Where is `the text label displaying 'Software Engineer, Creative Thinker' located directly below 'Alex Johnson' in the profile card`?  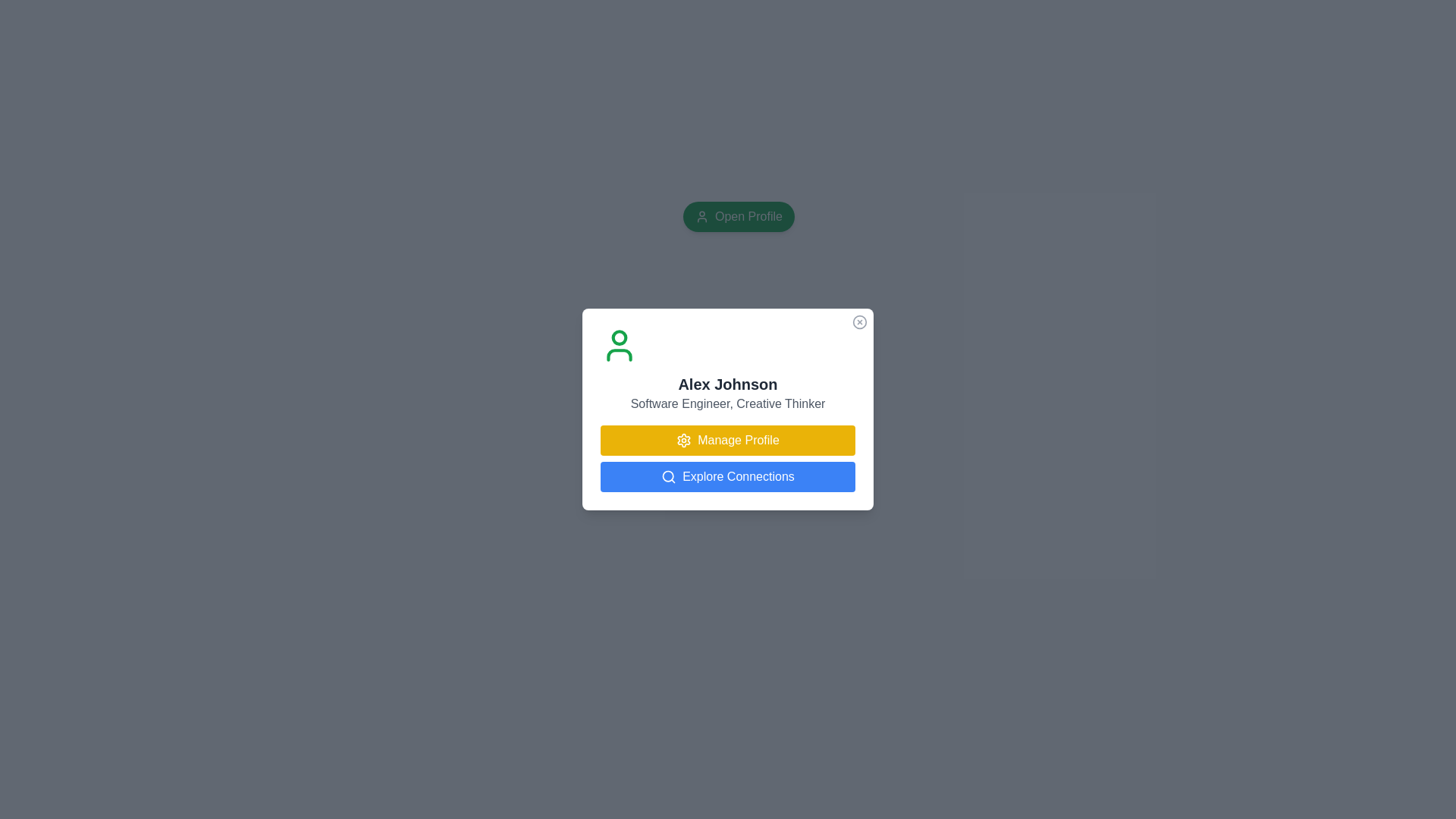
the text label displaying 'Software Engineer, Creative Thinker' located directly below 'Alex Johnson' in the profile card is located at coordinates (728, 403).